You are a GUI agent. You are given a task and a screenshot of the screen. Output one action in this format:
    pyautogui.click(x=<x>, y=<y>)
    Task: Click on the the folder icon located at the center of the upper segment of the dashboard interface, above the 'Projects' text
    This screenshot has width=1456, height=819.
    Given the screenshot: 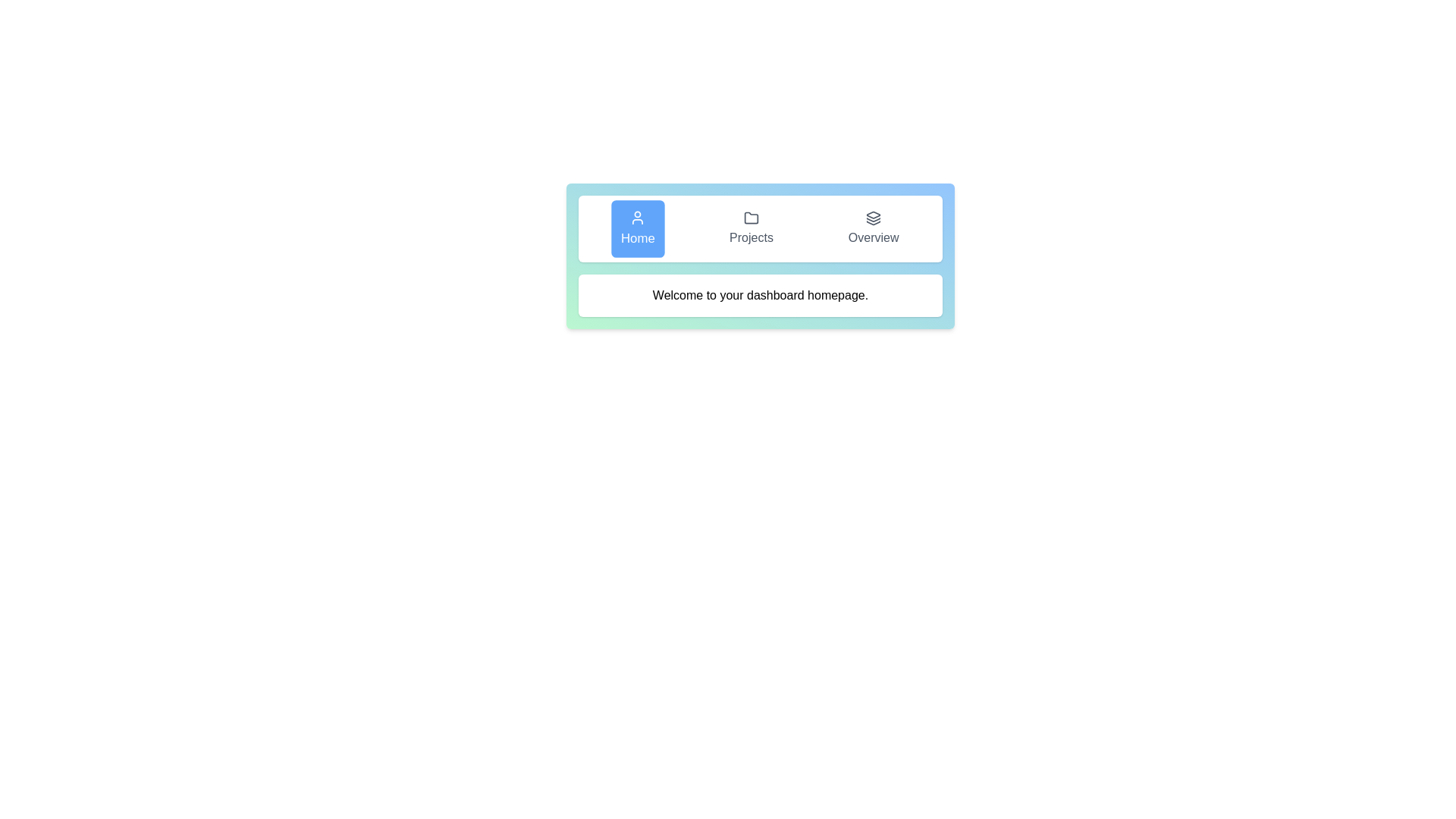 What is the action you would take?
    pyautogui.click(x=751, y=218)
    